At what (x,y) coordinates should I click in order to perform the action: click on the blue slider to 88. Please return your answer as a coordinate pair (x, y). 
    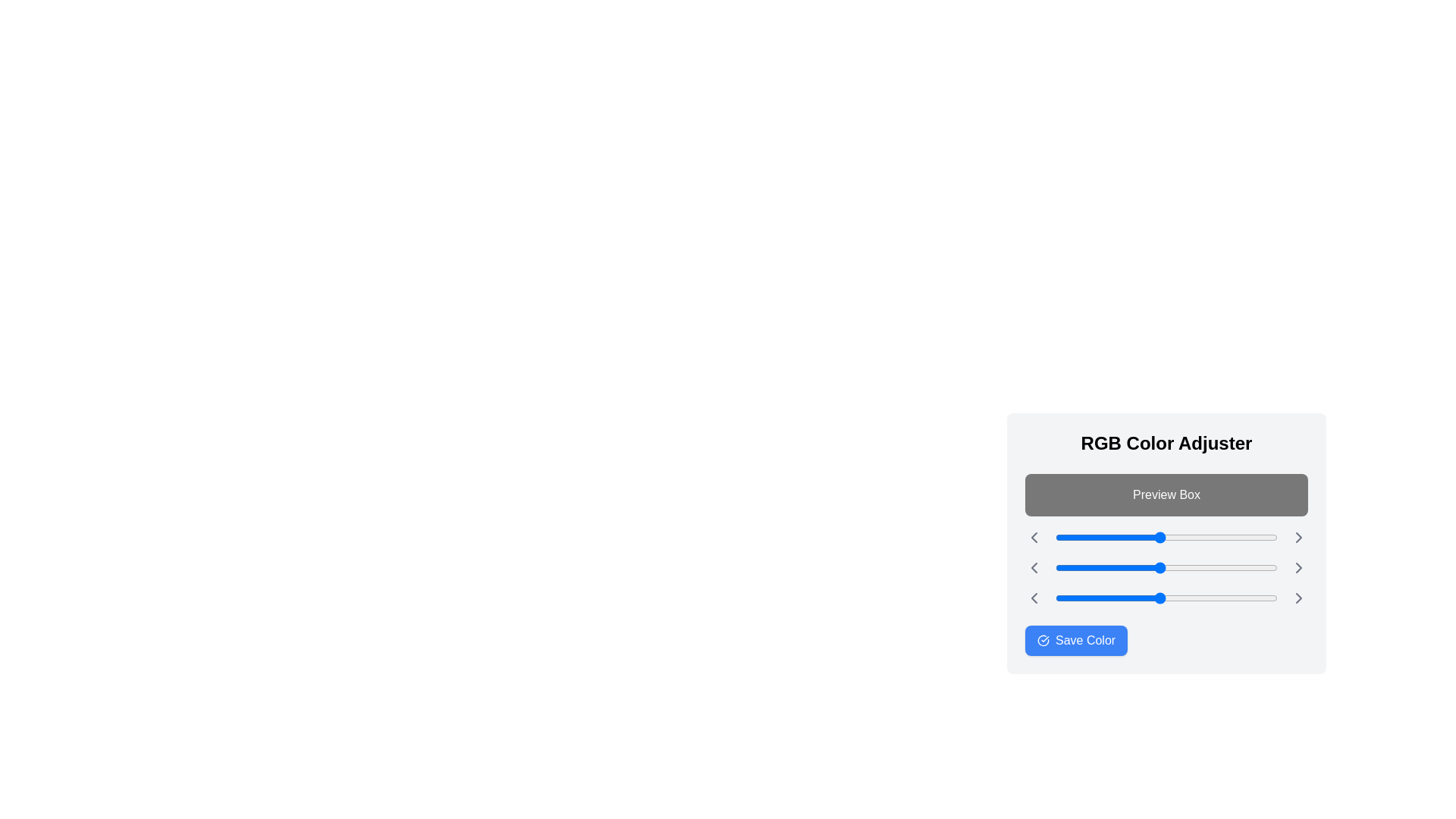
    Looking at the image, I should click on (1132, 598).